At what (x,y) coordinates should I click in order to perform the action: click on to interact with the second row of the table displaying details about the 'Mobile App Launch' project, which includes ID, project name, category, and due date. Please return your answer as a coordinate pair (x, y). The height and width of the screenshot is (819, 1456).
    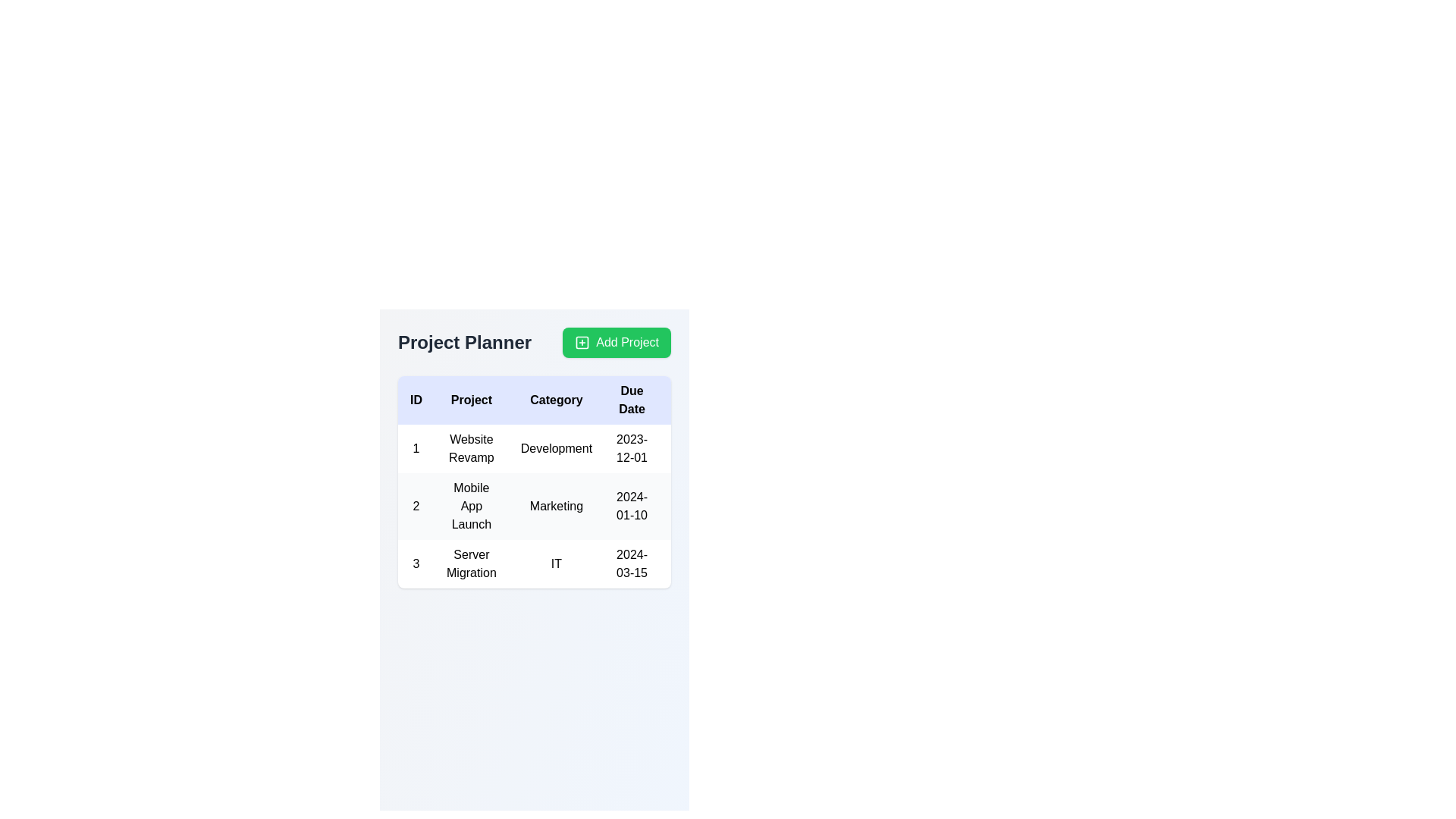
    Looking at the image, I should click on (615, 506).